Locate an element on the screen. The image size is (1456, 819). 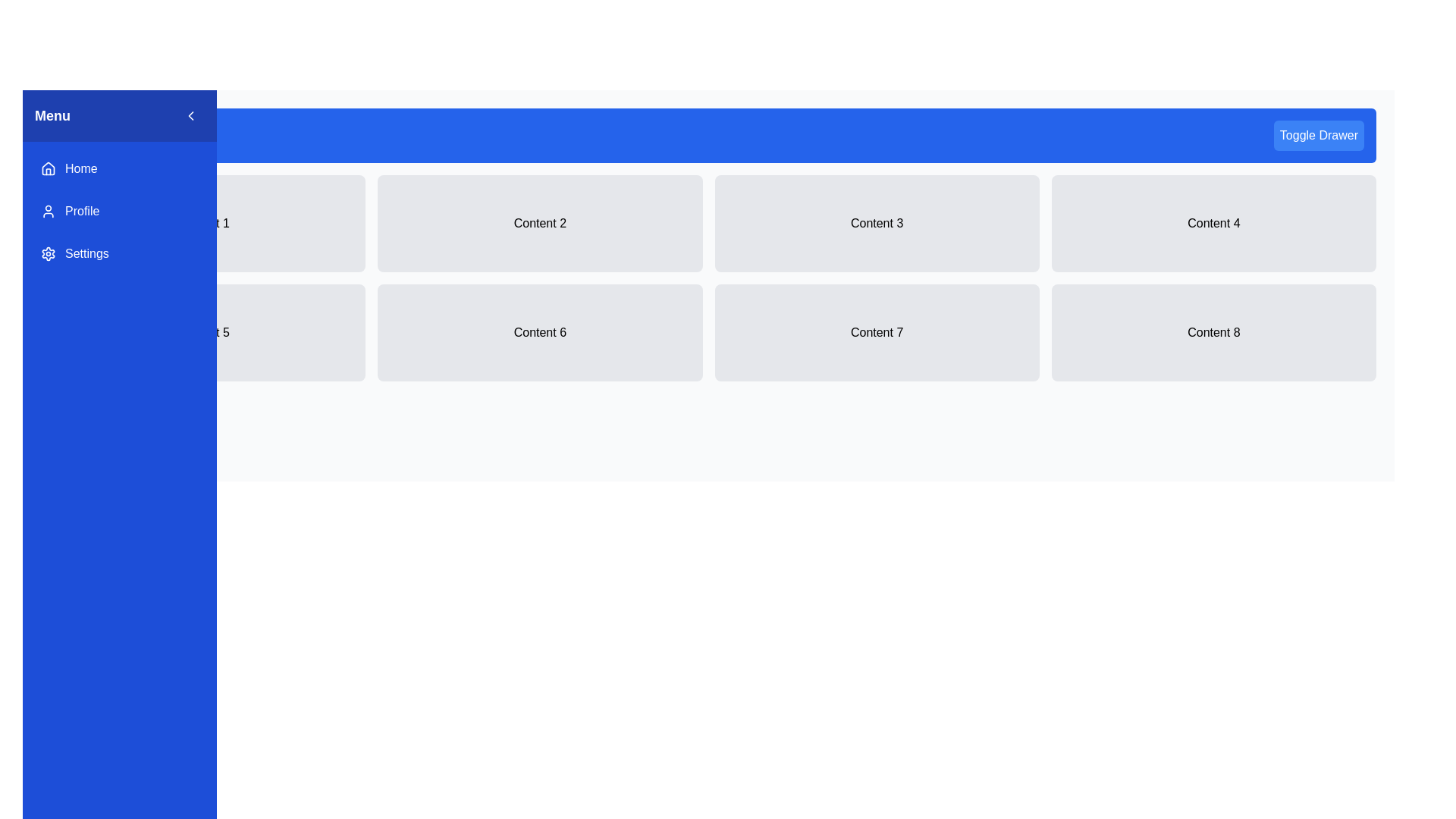
the settings icon located in the lower section of the navigation menu, positioned below the Profile option is located at coordinates (48, 253).